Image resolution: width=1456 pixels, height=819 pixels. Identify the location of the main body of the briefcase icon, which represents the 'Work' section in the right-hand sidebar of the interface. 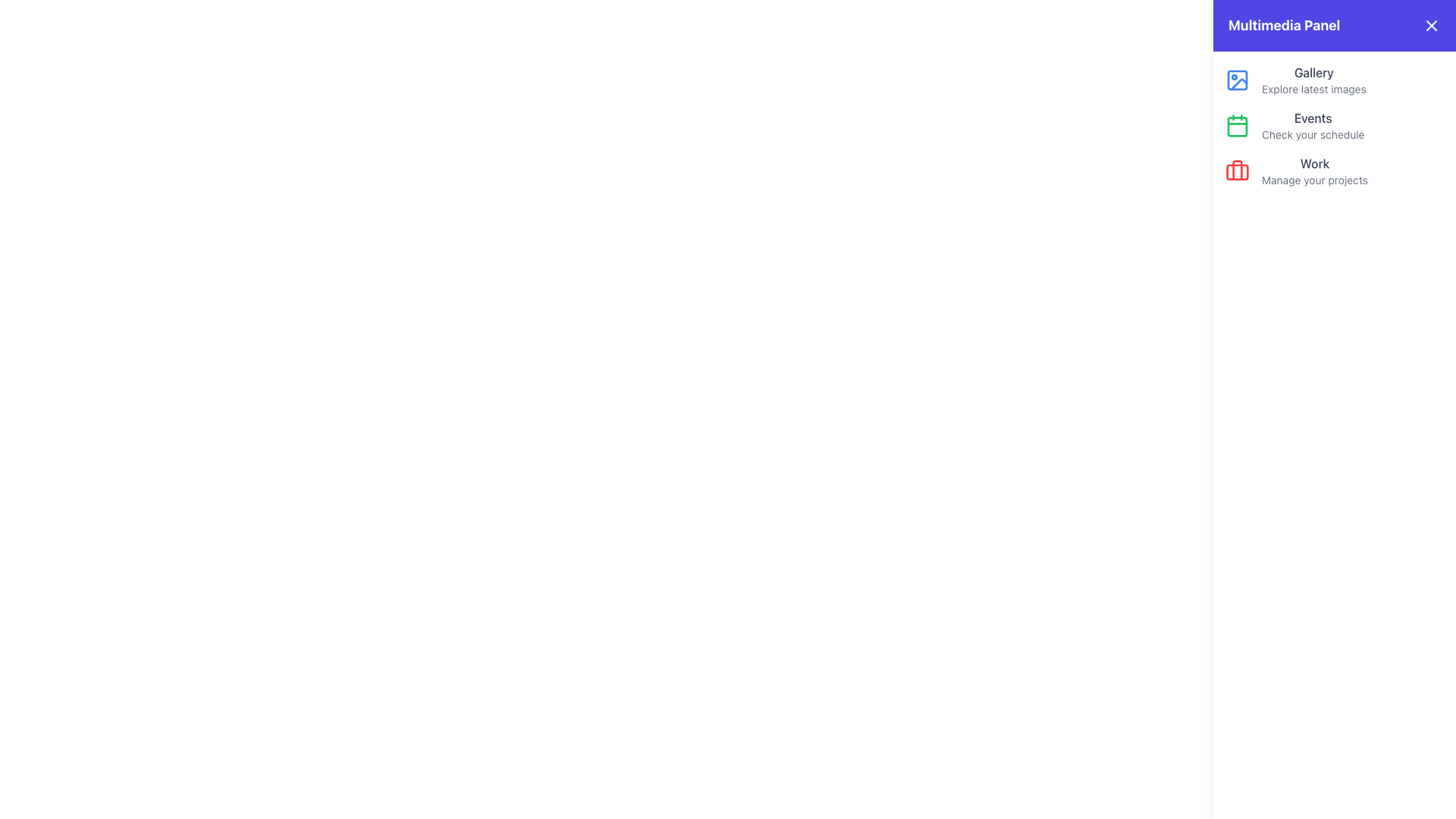
(1238, 171).